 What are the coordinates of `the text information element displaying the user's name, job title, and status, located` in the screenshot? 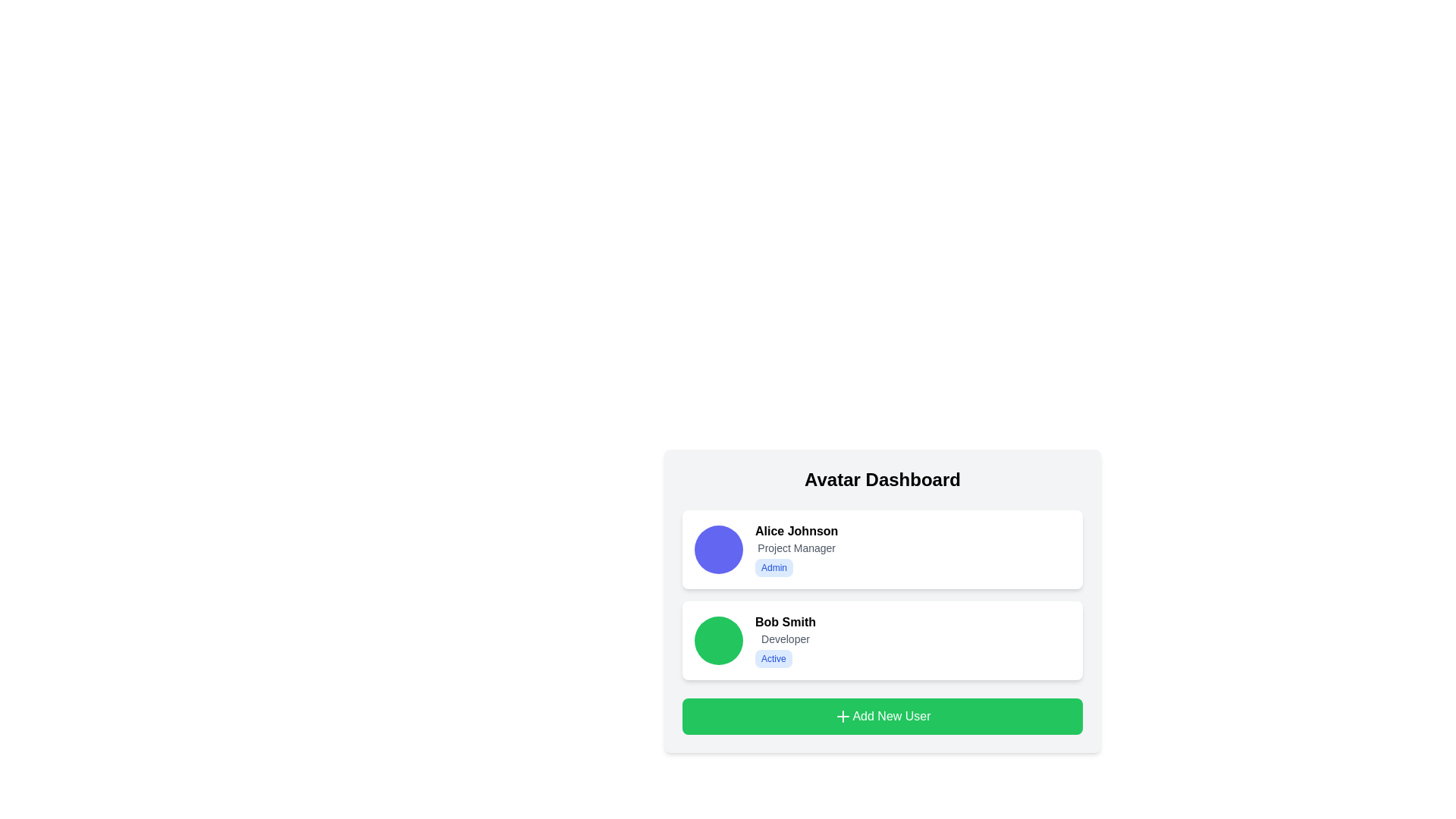 It's located at (786, 640).